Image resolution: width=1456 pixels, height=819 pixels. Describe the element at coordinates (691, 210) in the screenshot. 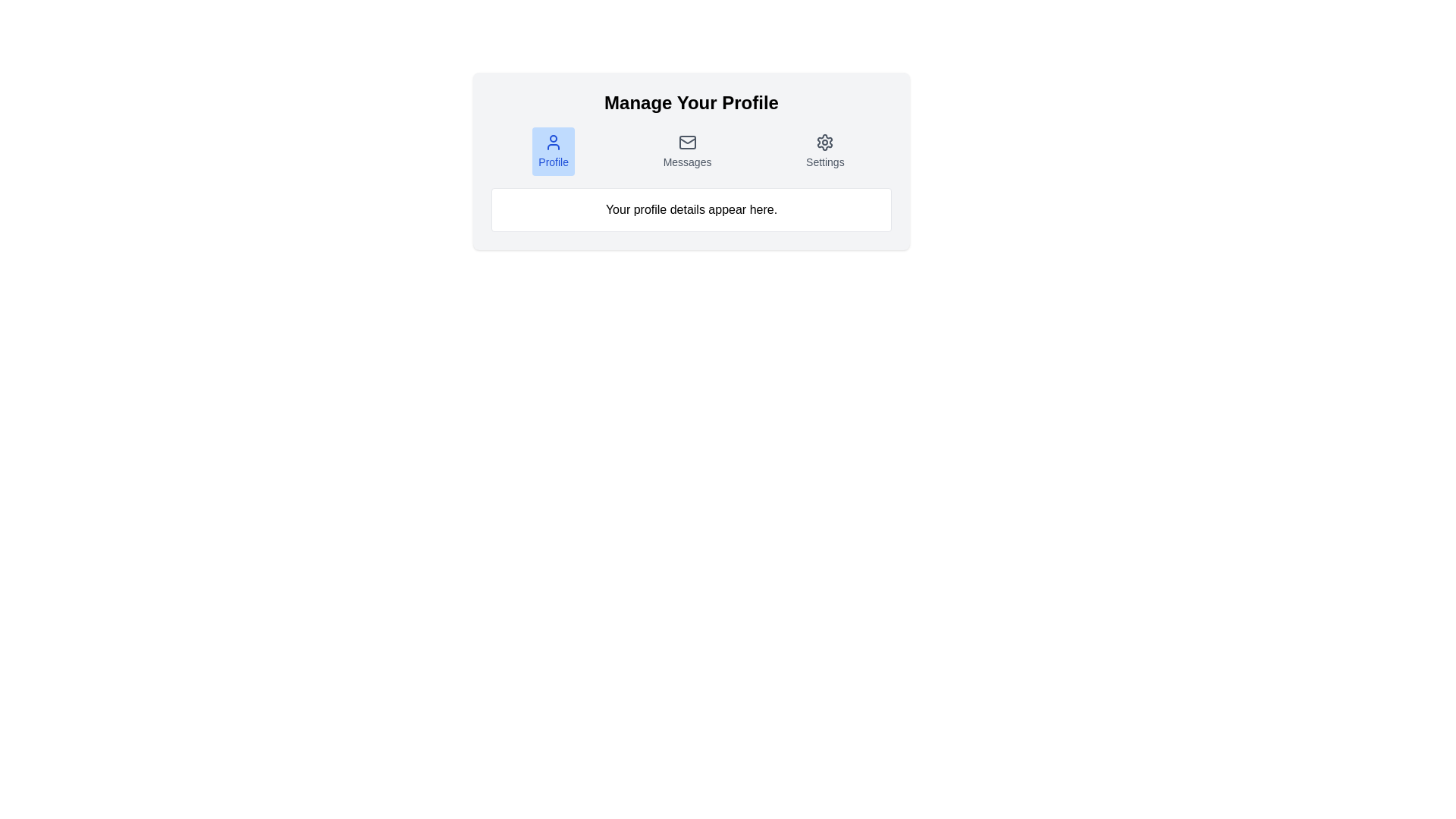

I see `the informational text element that serves as a placeholder for user profile details, located within a rounded, bordered white box beneath the icons for Profile, Messages, and Settings` at that location.